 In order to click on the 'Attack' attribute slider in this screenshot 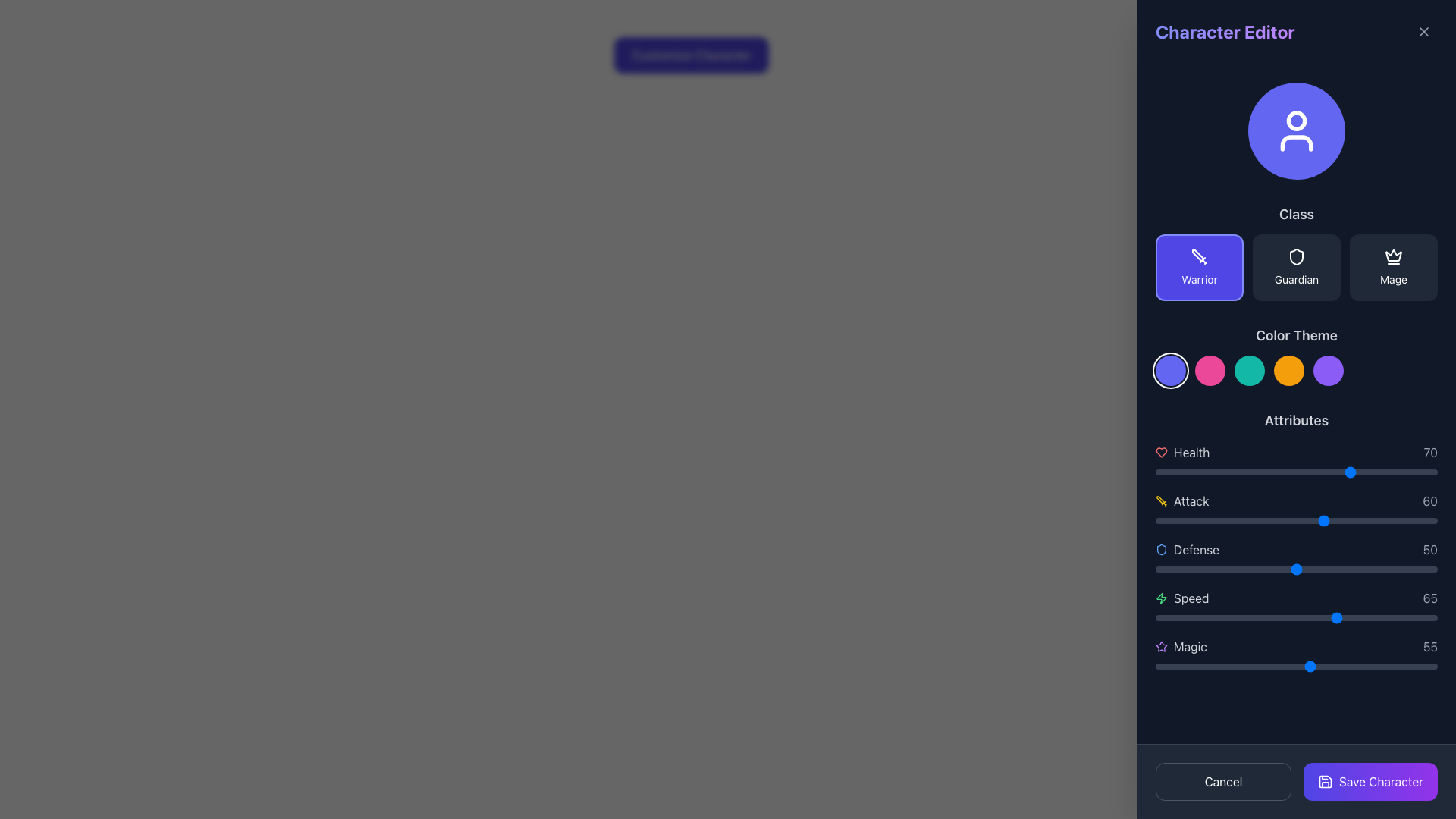, I will do `click(1345, 519)`.